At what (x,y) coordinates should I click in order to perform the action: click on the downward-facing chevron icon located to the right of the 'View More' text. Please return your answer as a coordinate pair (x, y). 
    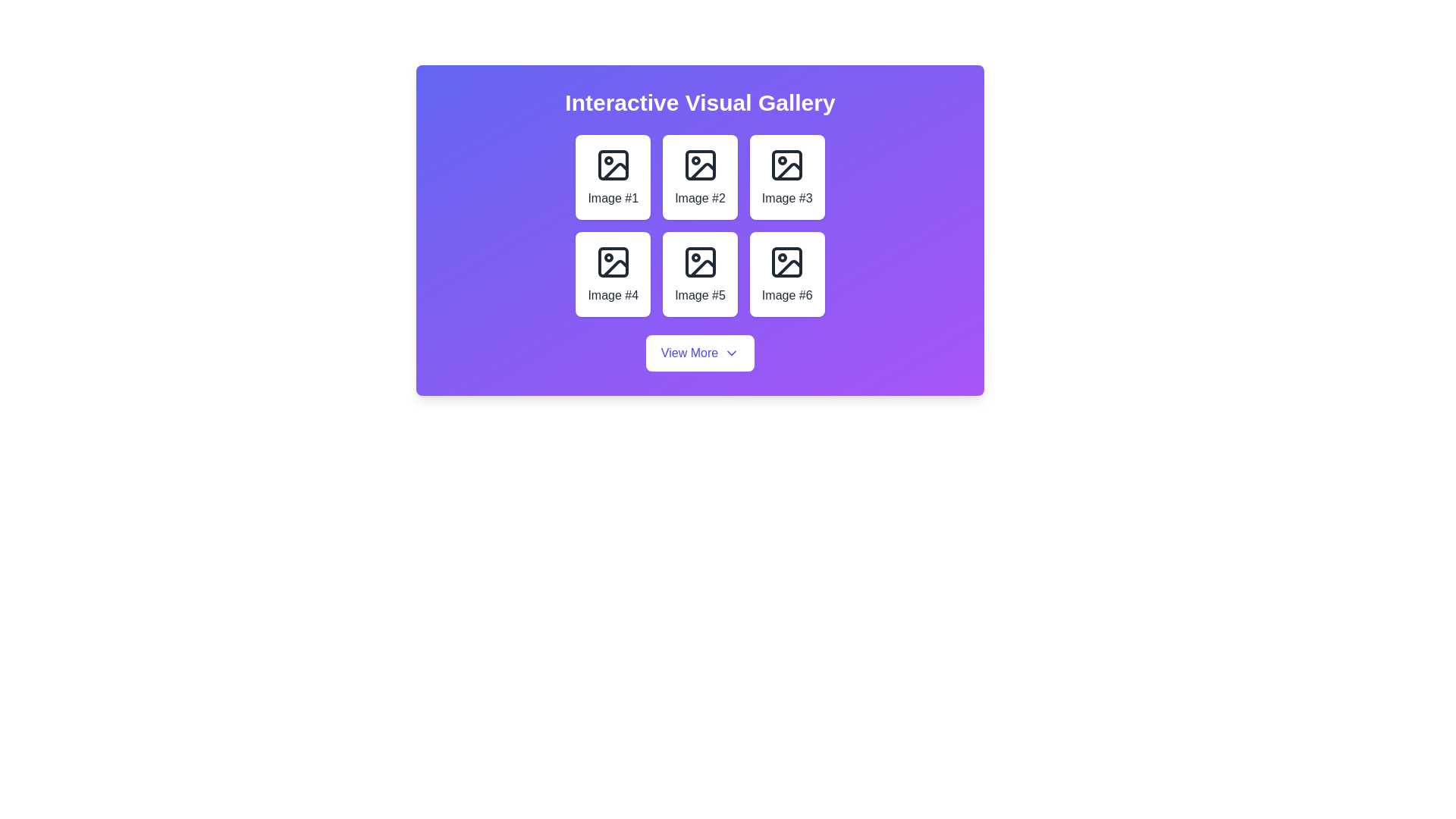
    Looking at the image, I should click on (732, 353).